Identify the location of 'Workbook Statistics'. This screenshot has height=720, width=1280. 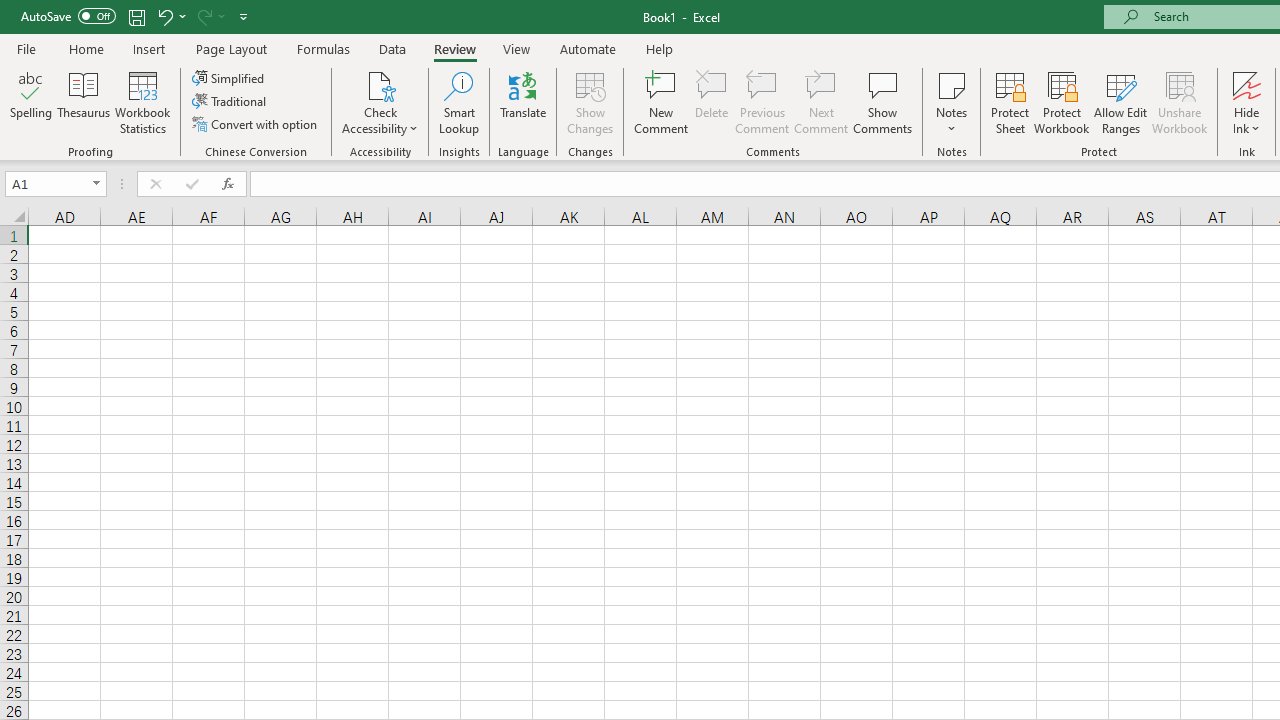
(141, 103).